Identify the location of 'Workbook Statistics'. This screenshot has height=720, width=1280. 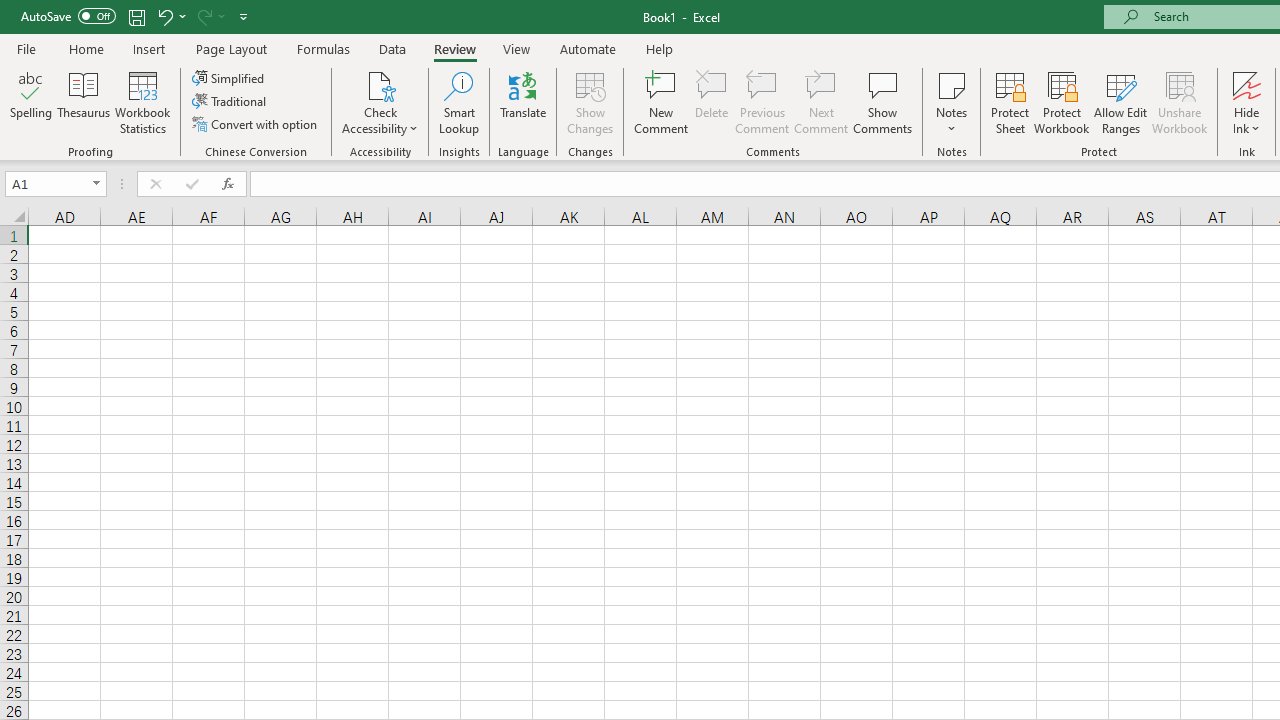
(141, 103).